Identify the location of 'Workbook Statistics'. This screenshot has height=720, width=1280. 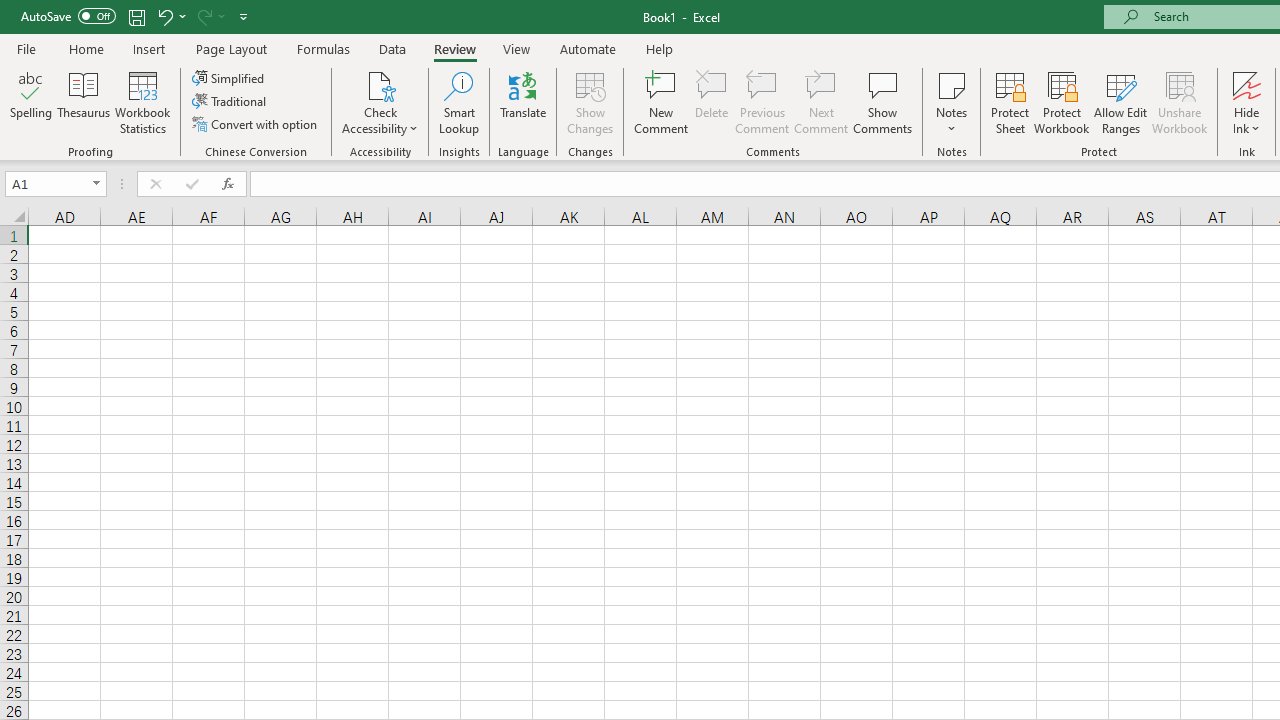
(141, 103).